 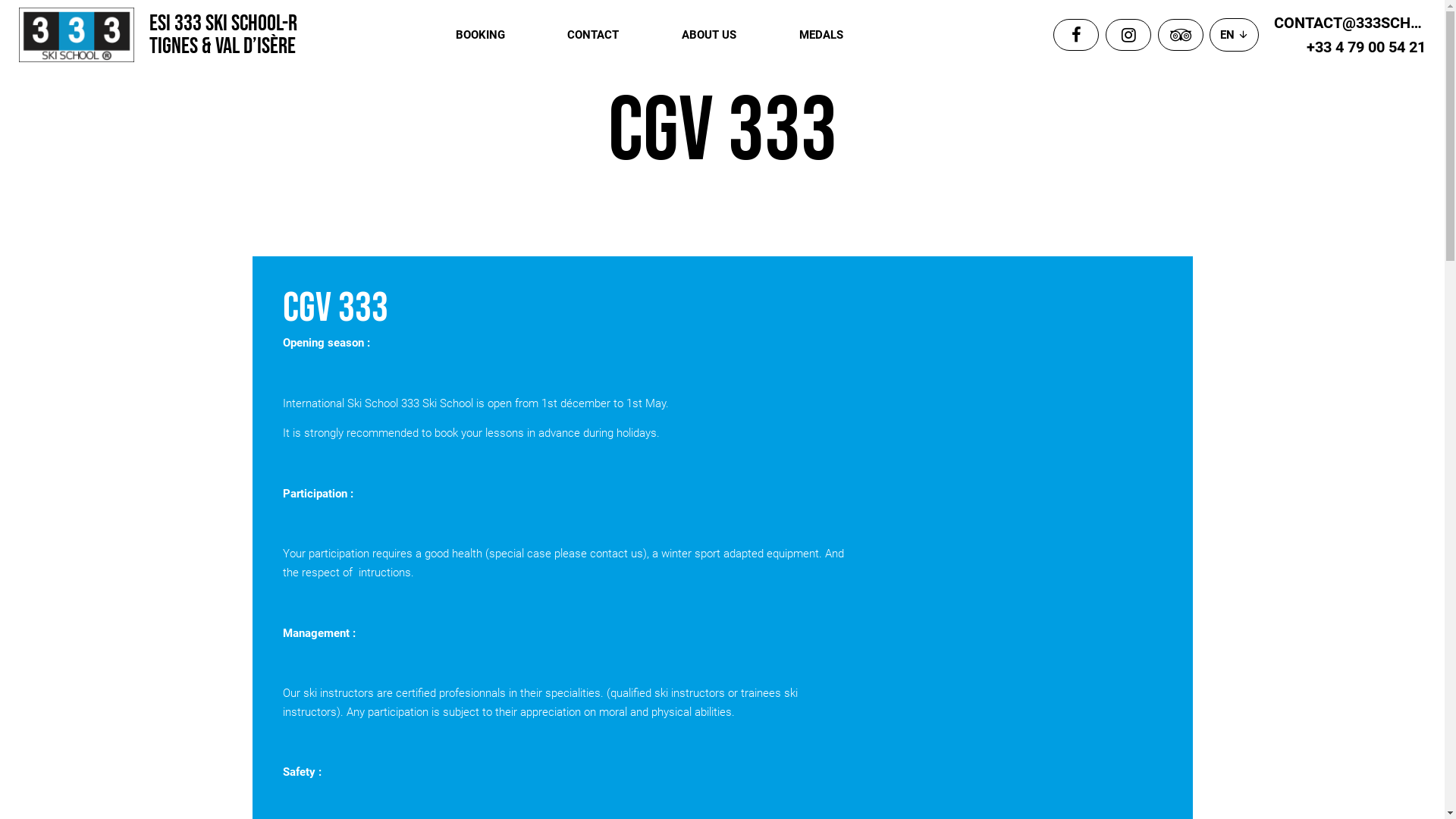 What do you see at coordinates (799, 34) in the screenshot?
I see `'MEDALS'` at bounding box center [799, 34].